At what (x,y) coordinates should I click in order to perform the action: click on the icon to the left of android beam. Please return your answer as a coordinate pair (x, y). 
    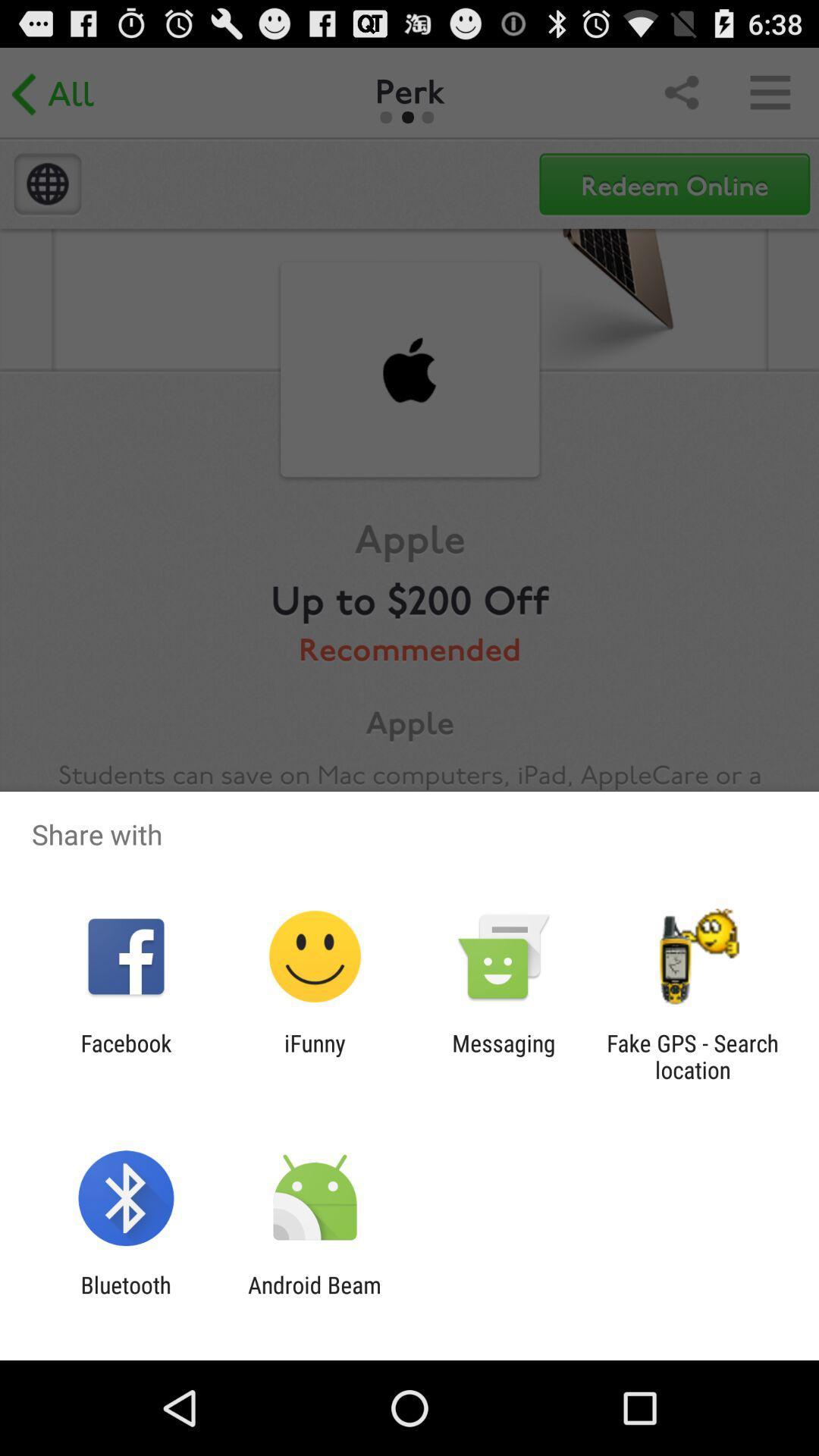
    Looking at the image, I should click on (125, 1298).